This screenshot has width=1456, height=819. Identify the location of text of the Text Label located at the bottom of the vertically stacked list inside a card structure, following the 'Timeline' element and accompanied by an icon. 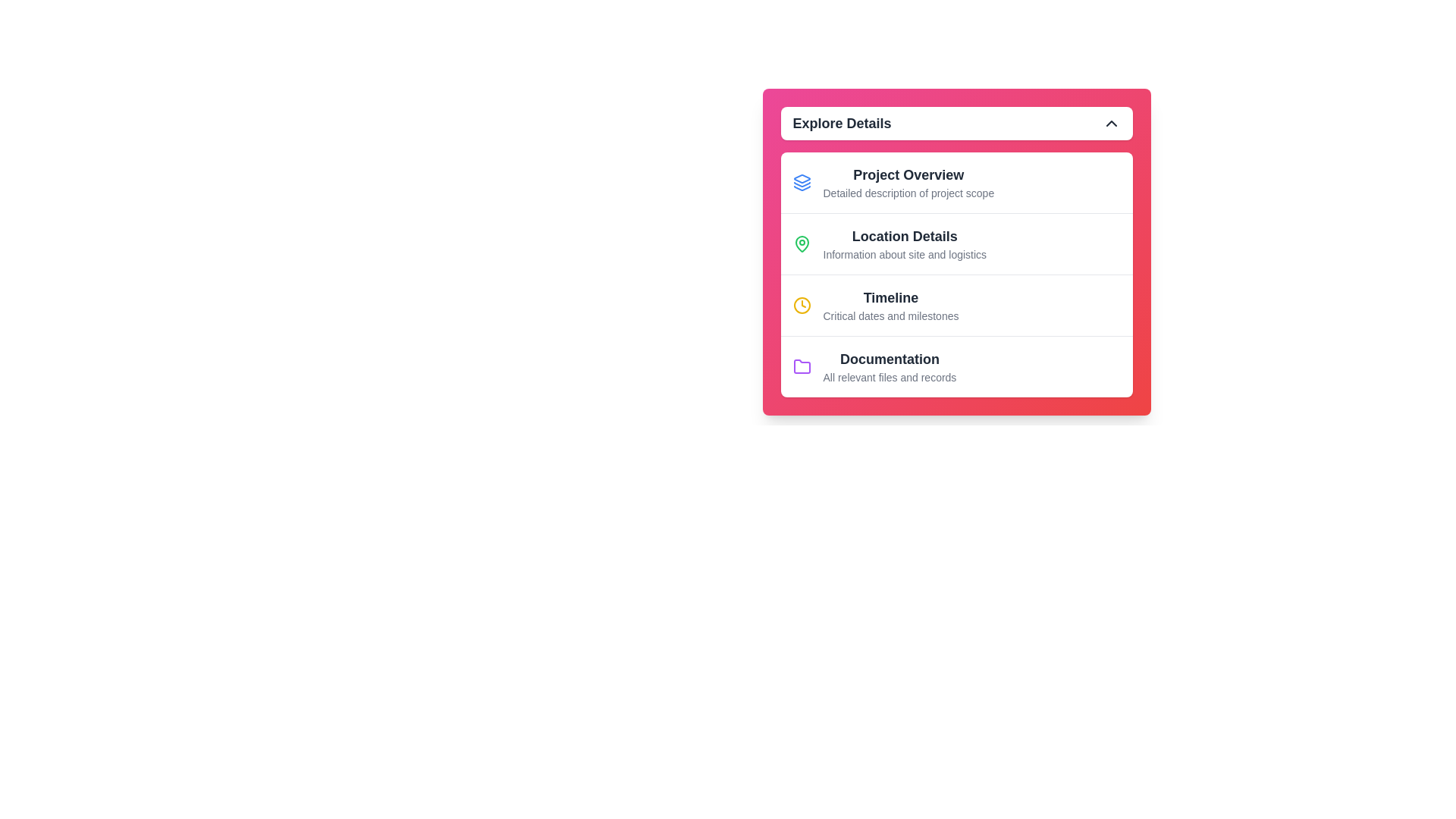
(890, 366).